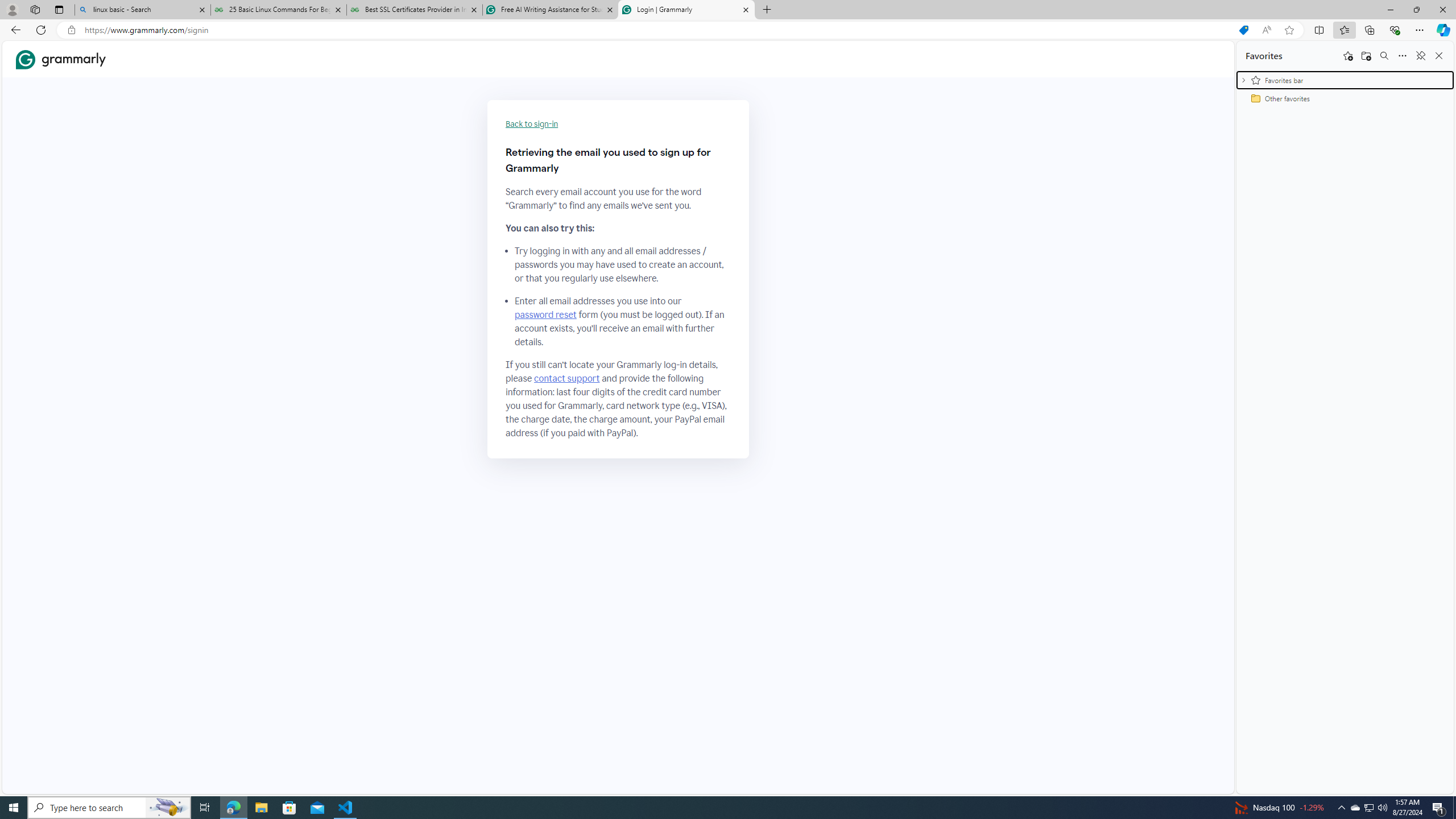  Describe the element at coordinates (60, 59) in the screenshot. I see `'Grammarly Home'` at that location.